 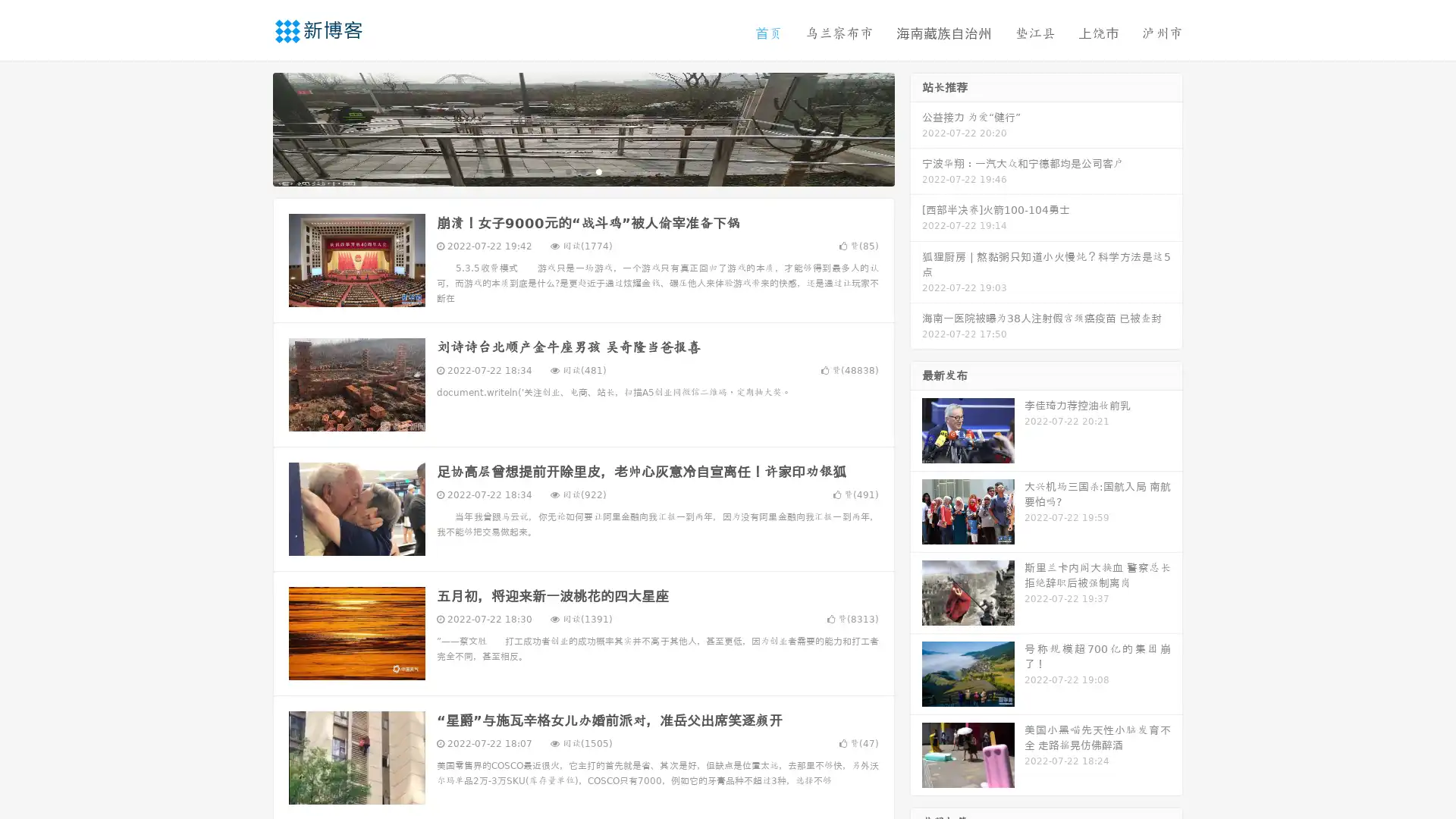 What do you see at coordinates (567, 171) in the screenshot?
I see `Go to slide 1` at bounding box center [567, 171].